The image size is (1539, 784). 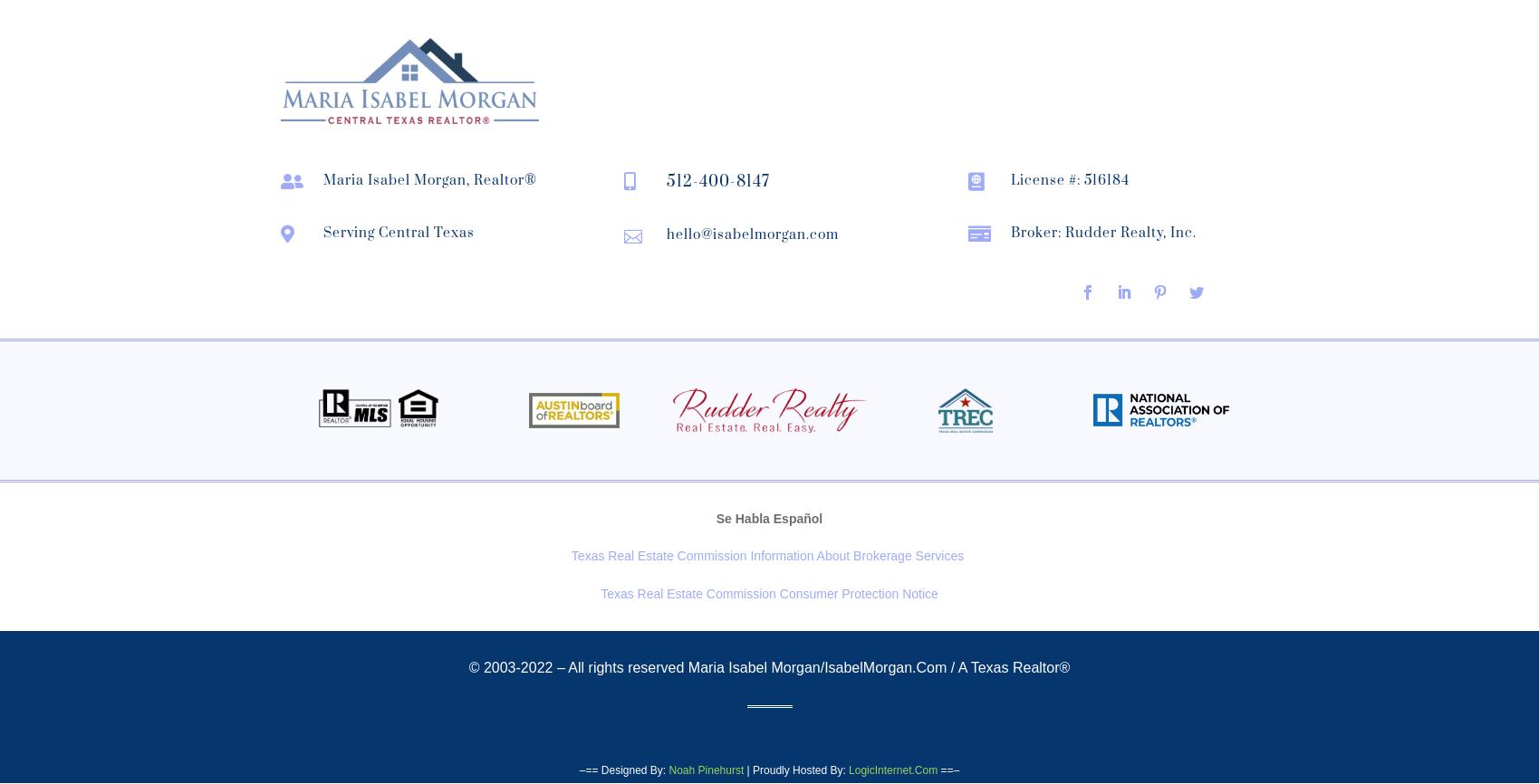 I want to click on '512-400-8147', so click(x=666, y=180).